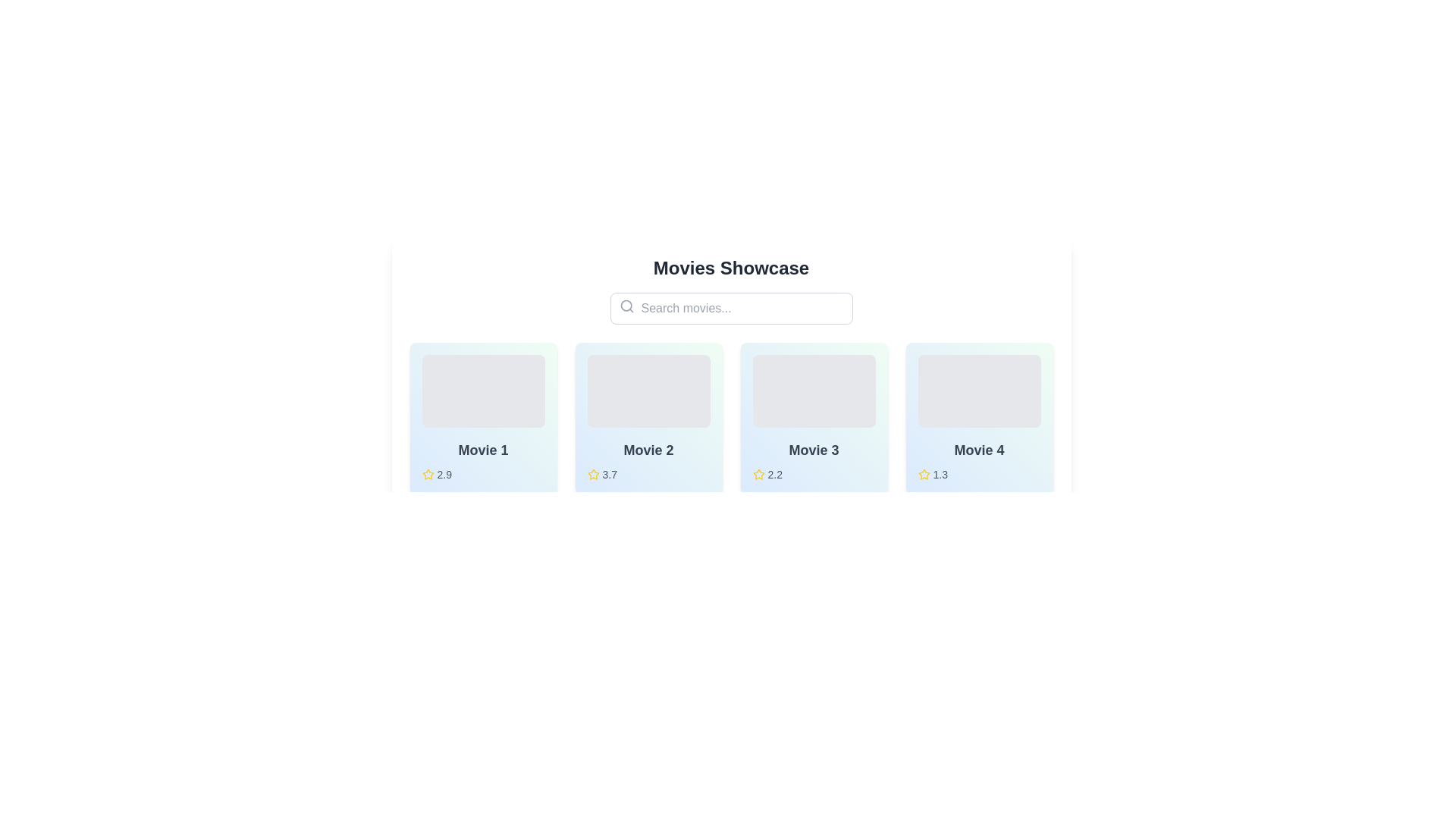 The width and height of the screenshot is (1456, 819). I want to click on the static text label displaying the rating value for 'Movie 2', which is located next to a yellow star icon in the bottom center of the card, so click(610, 473).